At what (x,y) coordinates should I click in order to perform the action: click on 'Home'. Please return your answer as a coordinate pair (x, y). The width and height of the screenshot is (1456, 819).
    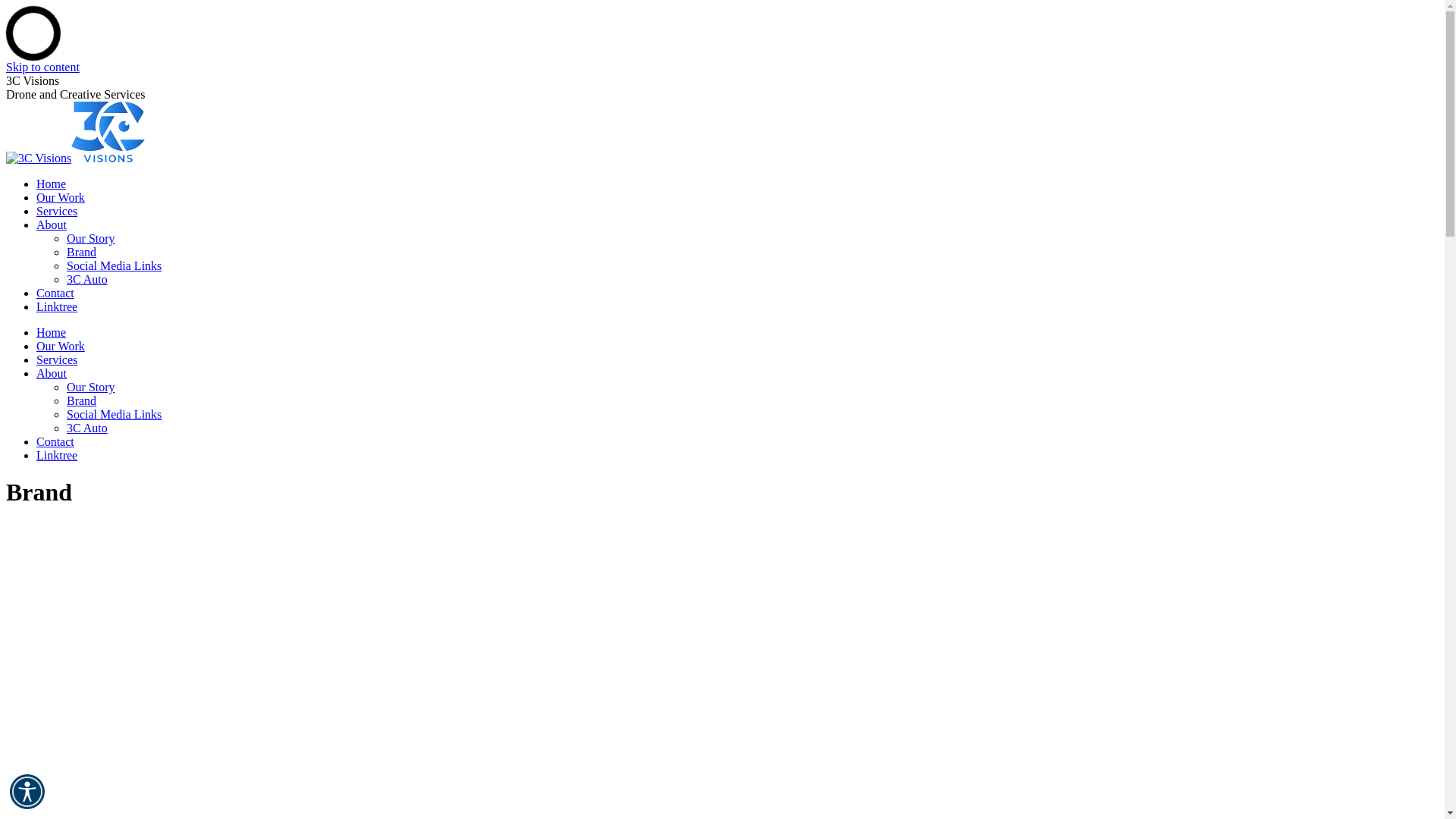
    Looking at the image, I should click on (51, 183).